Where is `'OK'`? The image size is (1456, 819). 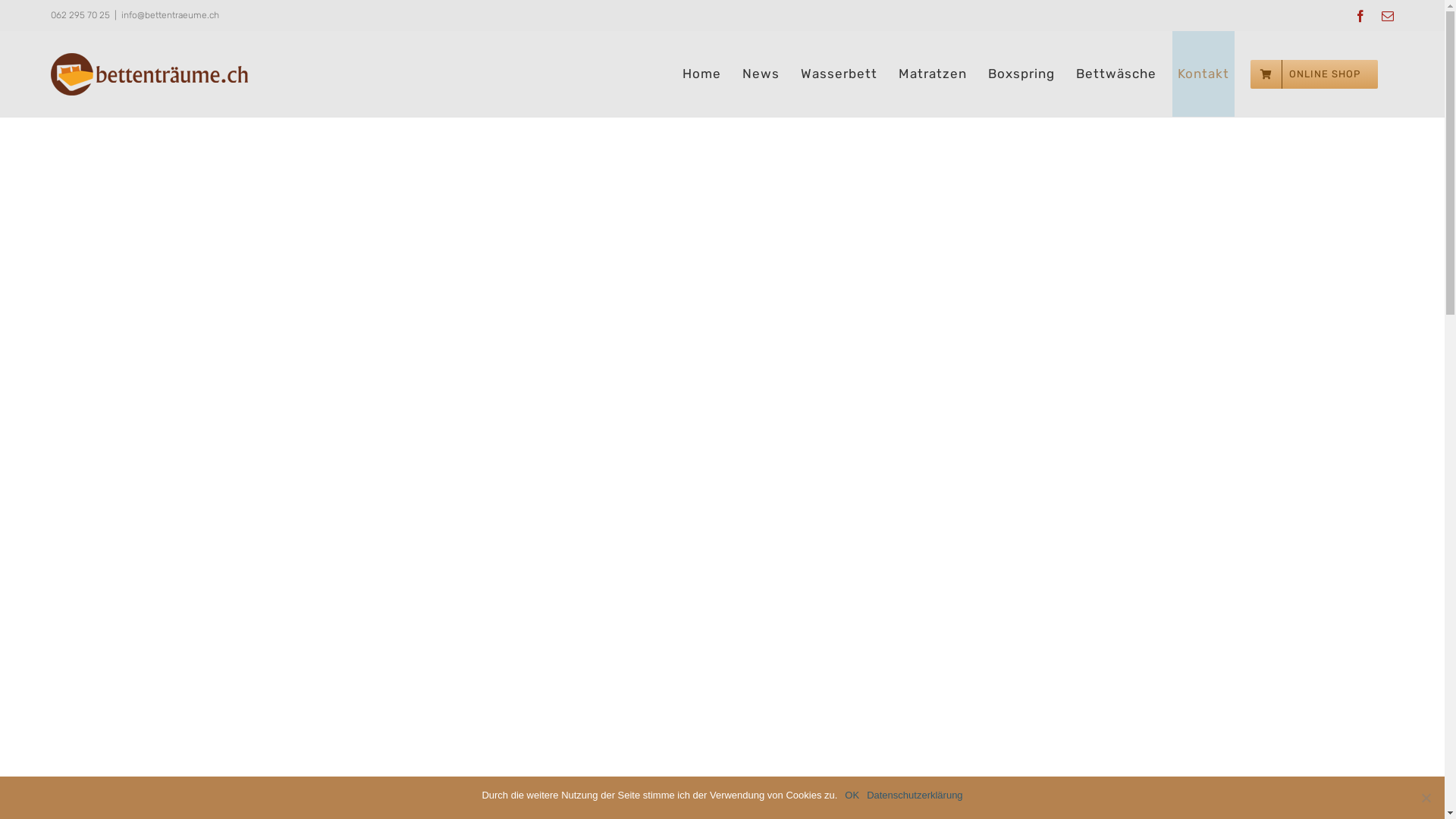 'OK' is located at coordinates (843, 795).